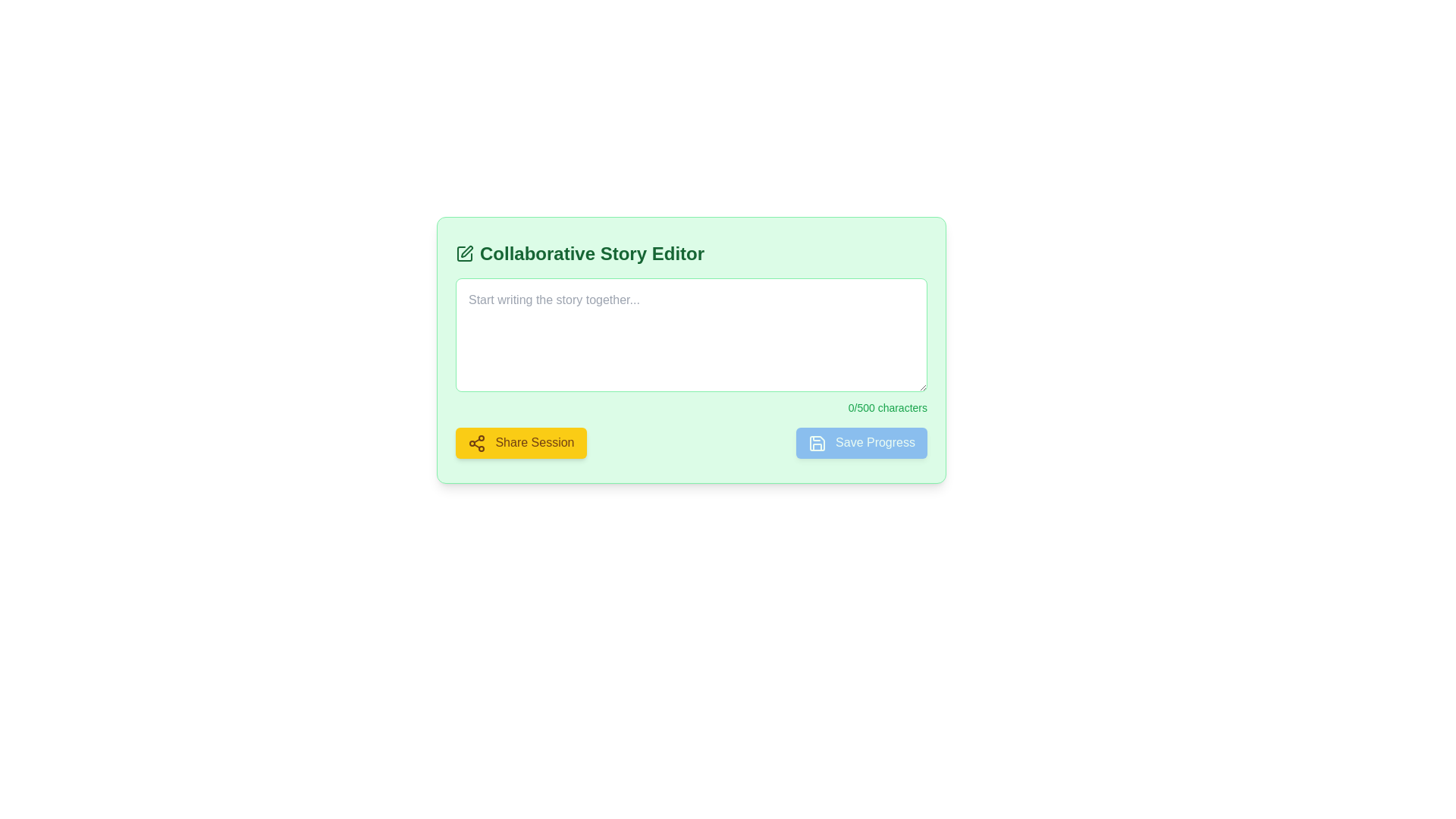  What do you see at coordinates (521, 443) in the screenshot?
I see `the share button located at the bottom-left of the horizontal bar` at bounding box center [521, 443].